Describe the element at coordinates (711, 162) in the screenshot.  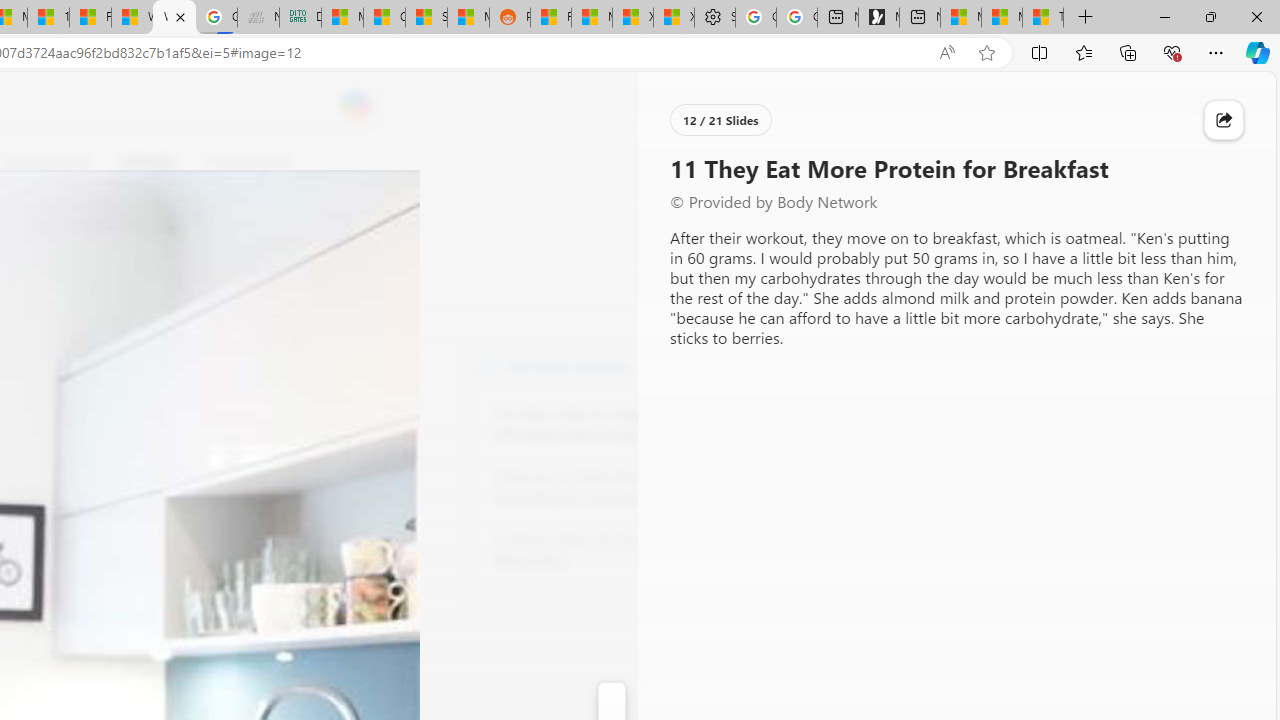
I see `'Personalize'` at that location.